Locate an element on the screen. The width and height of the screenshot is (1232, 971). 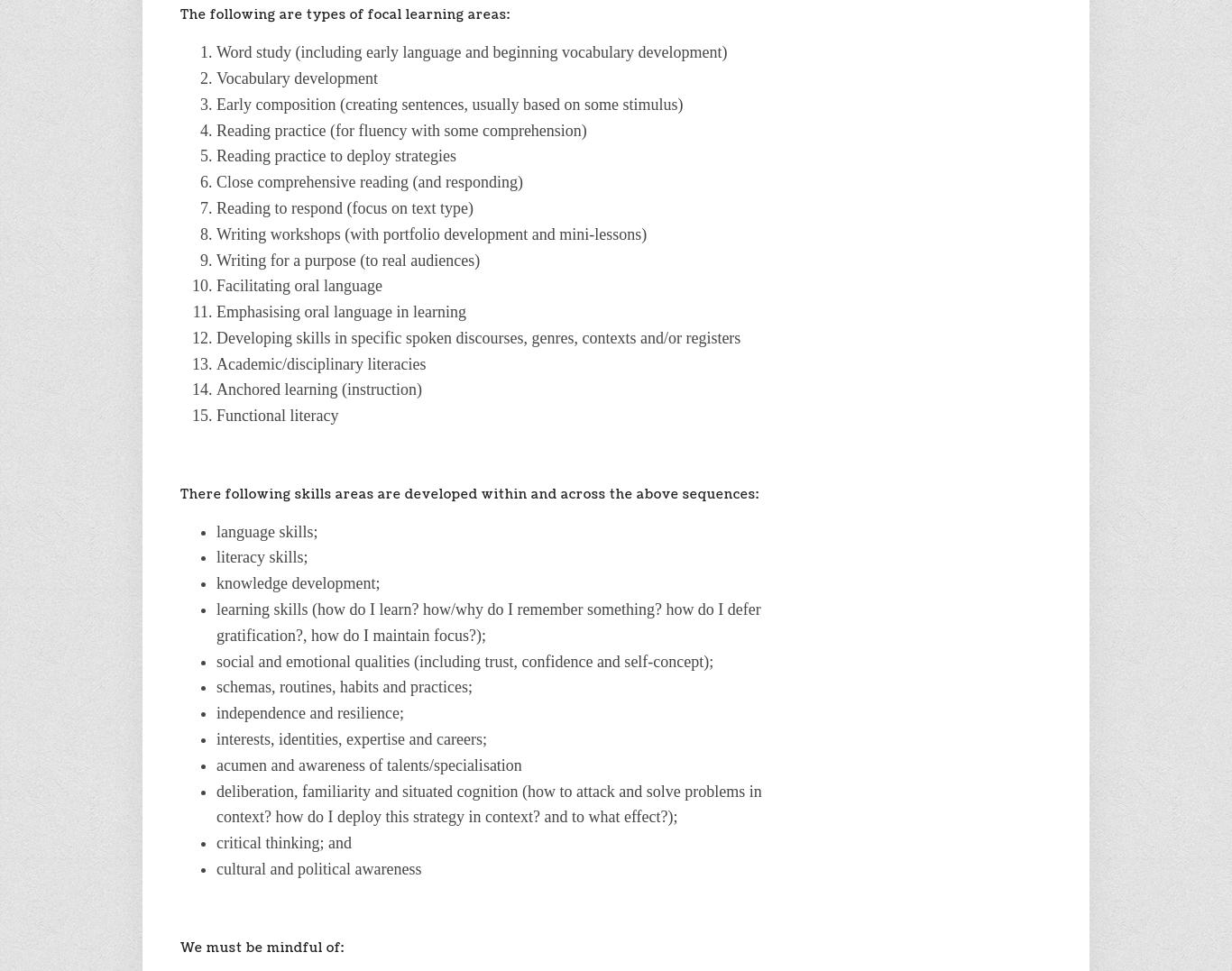
'Word study (including early language and beginning vocabulary development)' is located at coordinates (472, 52).